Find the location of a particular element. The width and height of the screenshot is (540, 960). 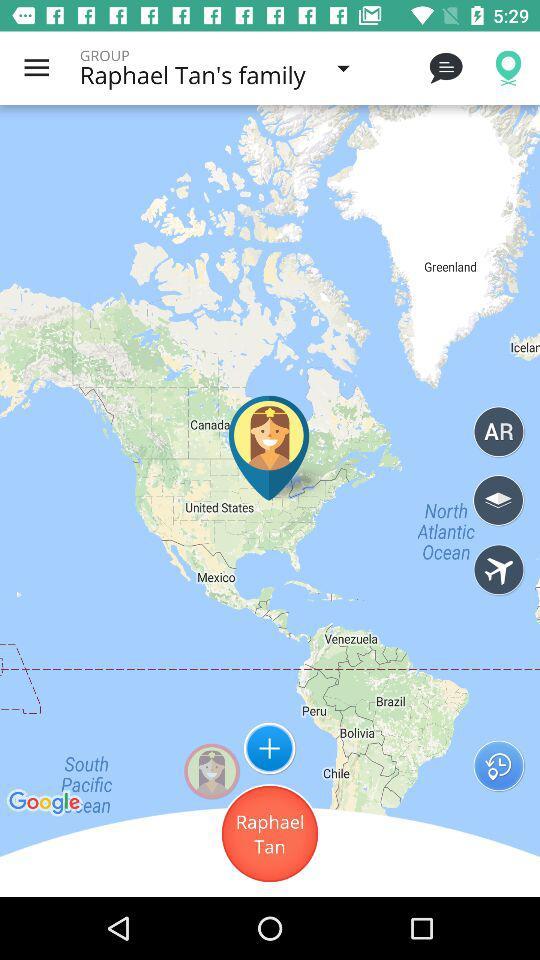

the button below is located at coordinates (270, 834).